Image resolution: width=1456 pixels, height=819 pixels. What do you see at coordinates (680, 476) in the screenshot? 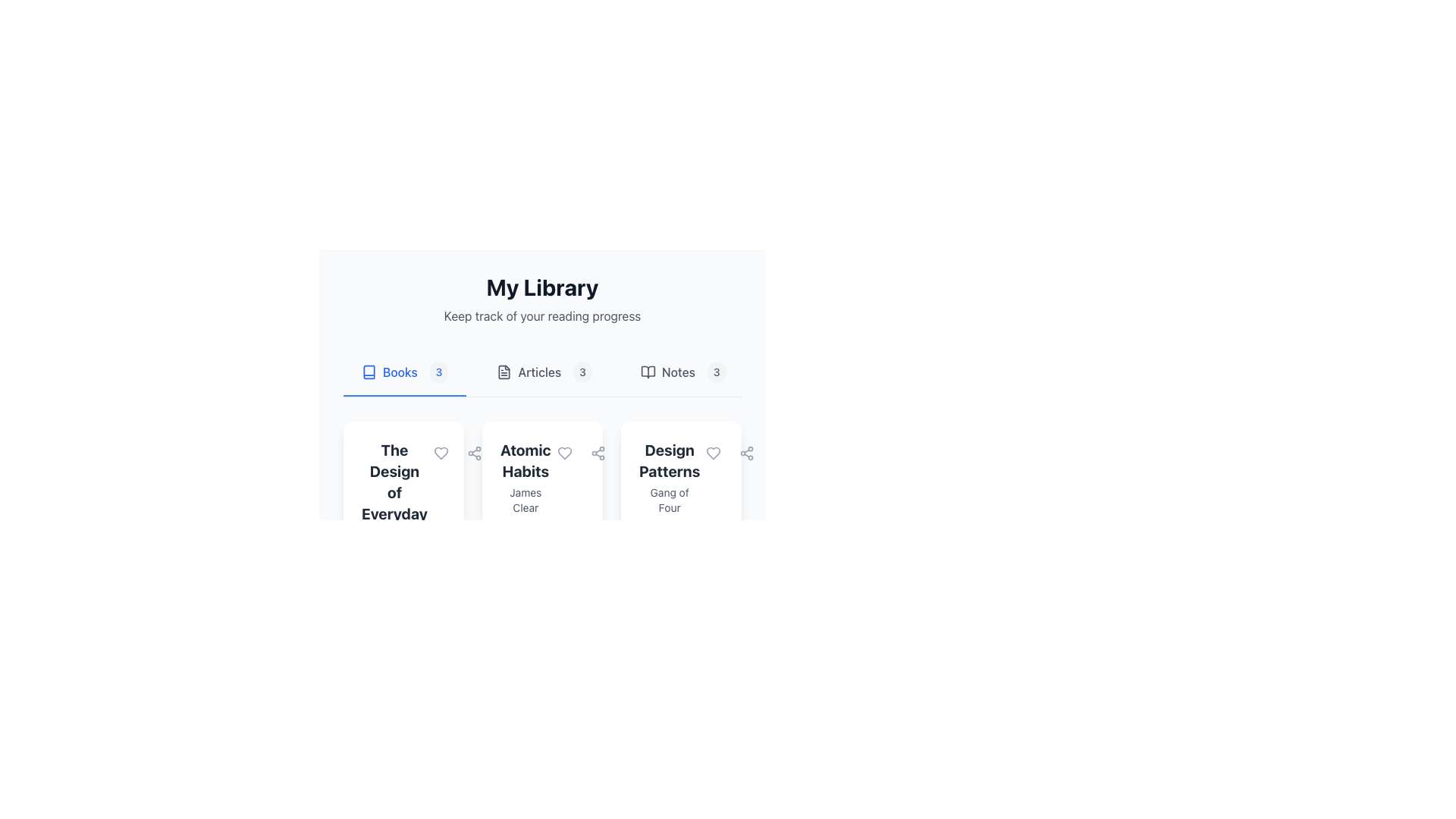
I see `the Text Block containing the title 'Design Patterns' and subtitle 'Gang of Four', which is located in the top section of a card-like layout, aligned towards the left edge` at bounding box center [680, 476].